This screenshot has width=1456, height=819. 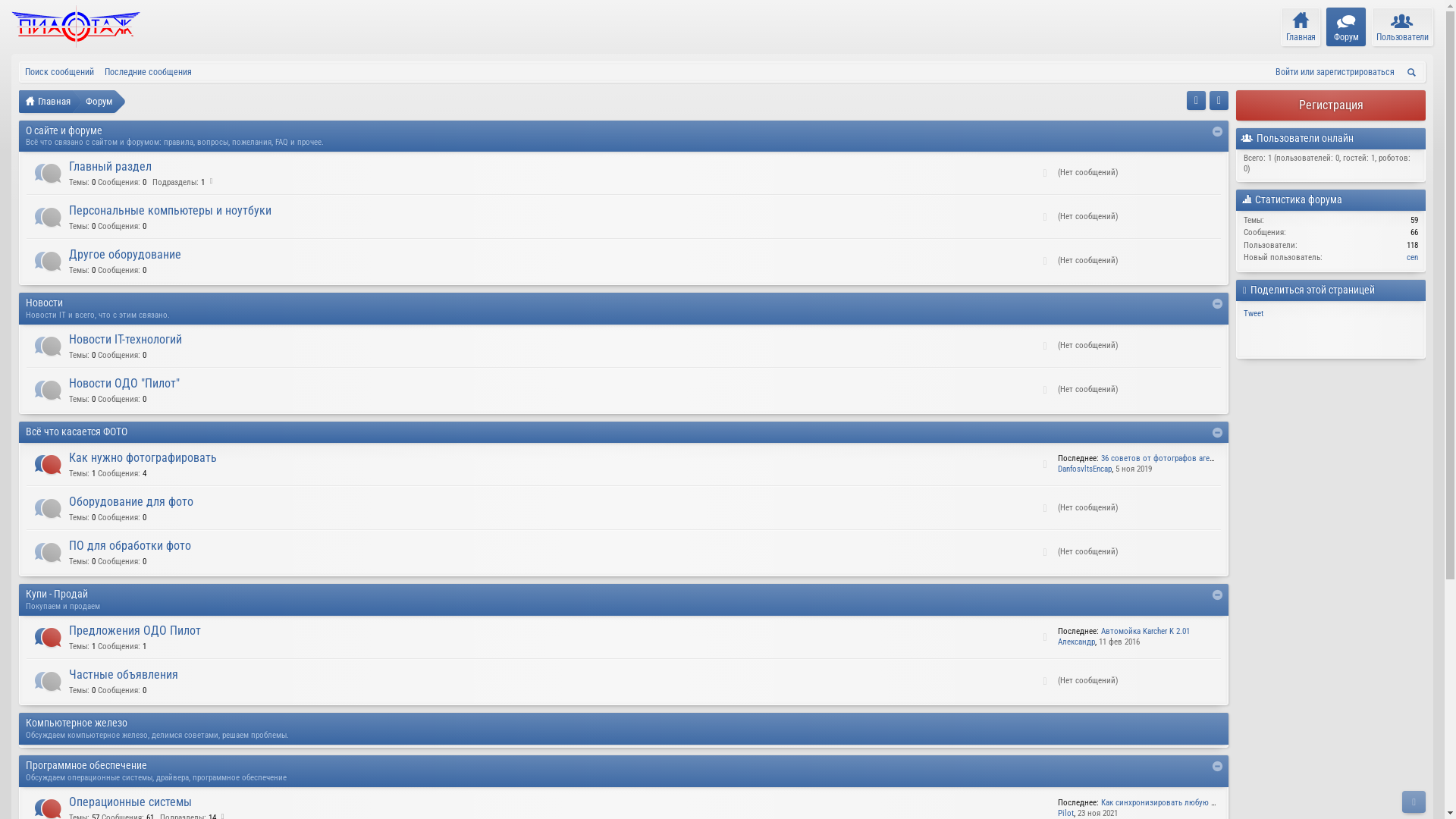 I want to click on 'DanfosvltsEncap', so click(x=1084, y=468).